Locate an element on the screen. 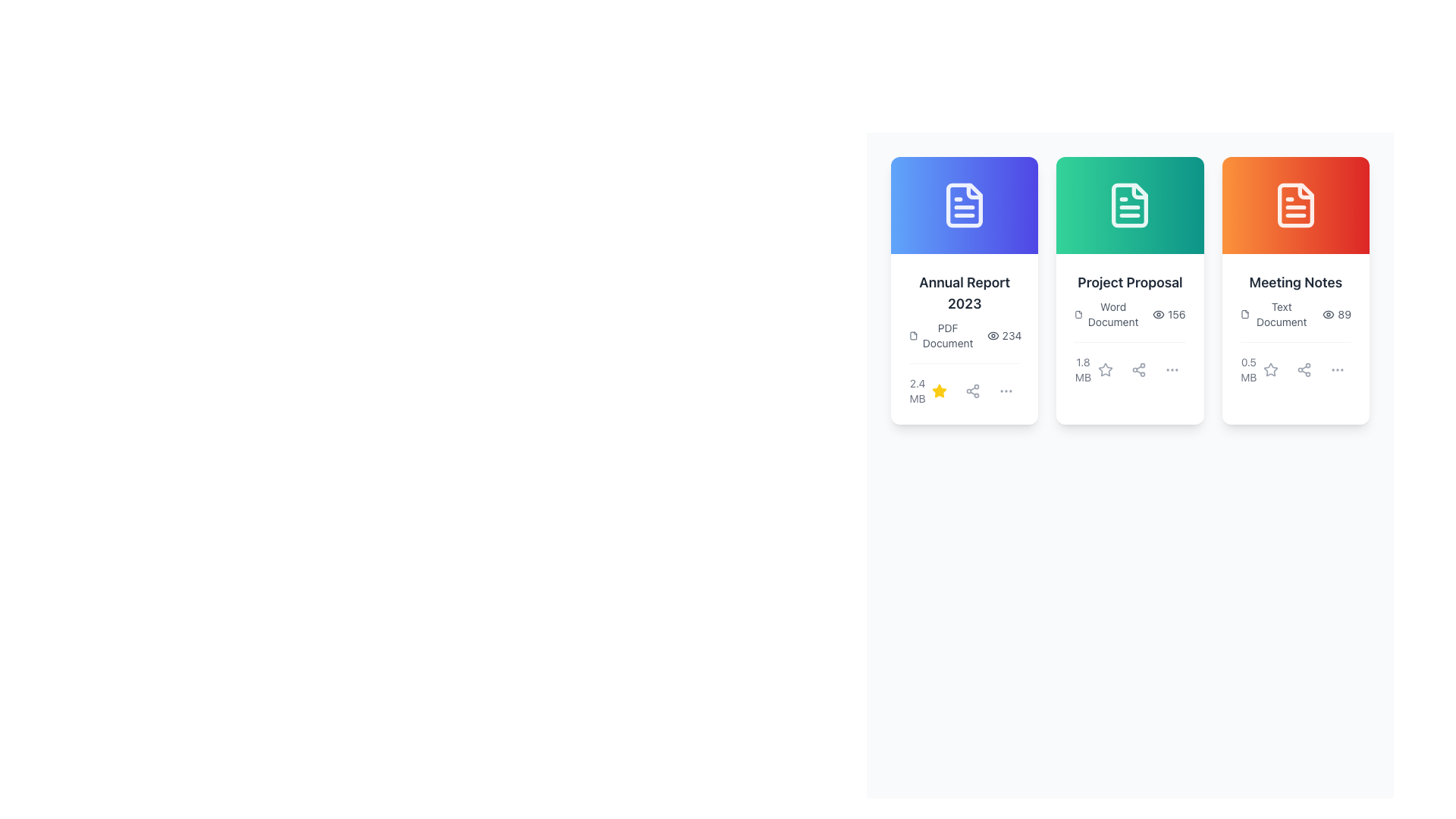  the decorative PDF icon located in the upper-left corner of the 'Annual Report 2023' informational card, adjacent to the text 'PDF Document' is located at coordinates (912, 335).